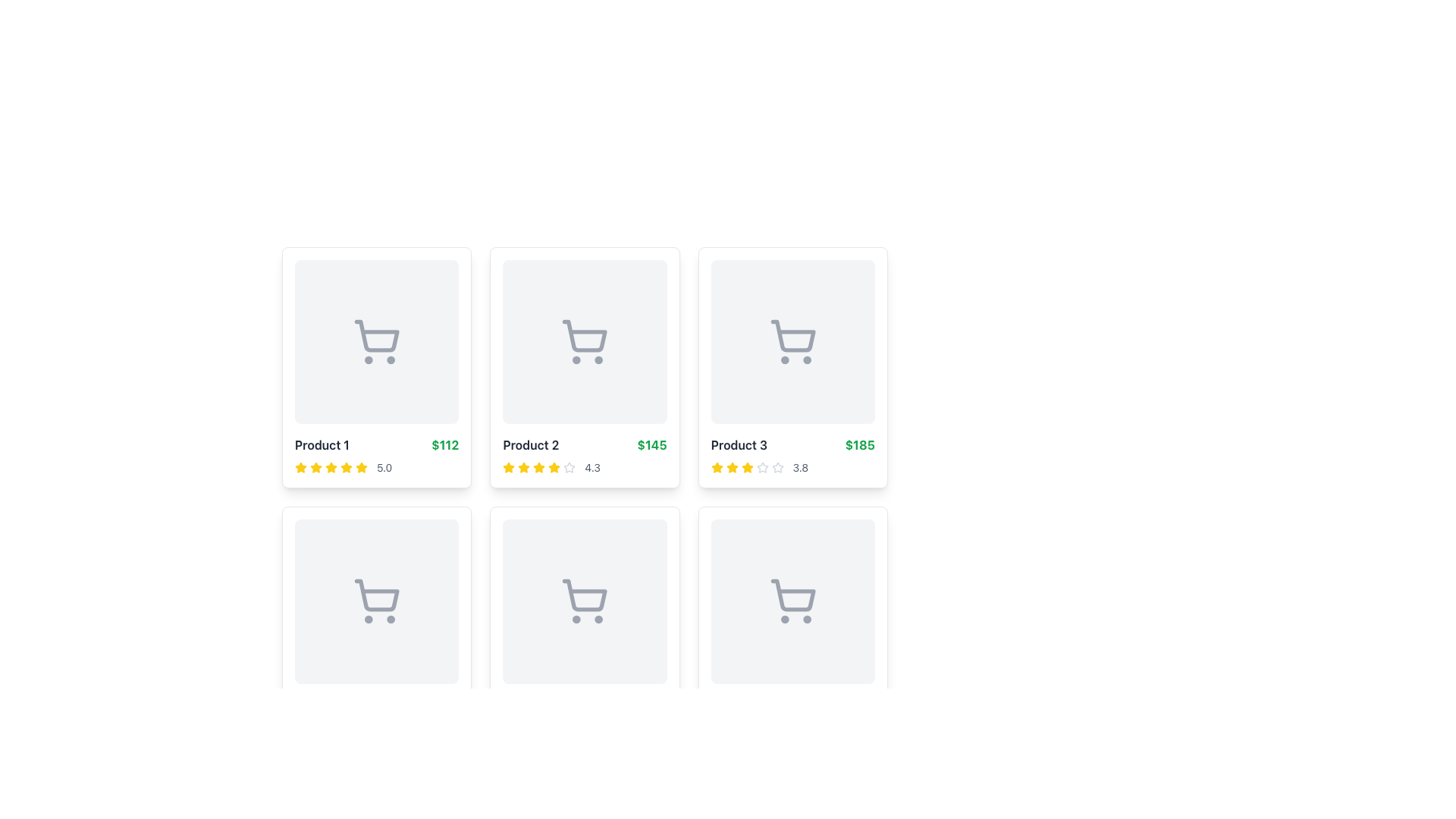 The height and width of the screenshot is (819, 1456). Describe the element at coordinates (524, 467) in the screenshot. I see `the third star icon in the rating system for Product 2 to rate it` at that location.